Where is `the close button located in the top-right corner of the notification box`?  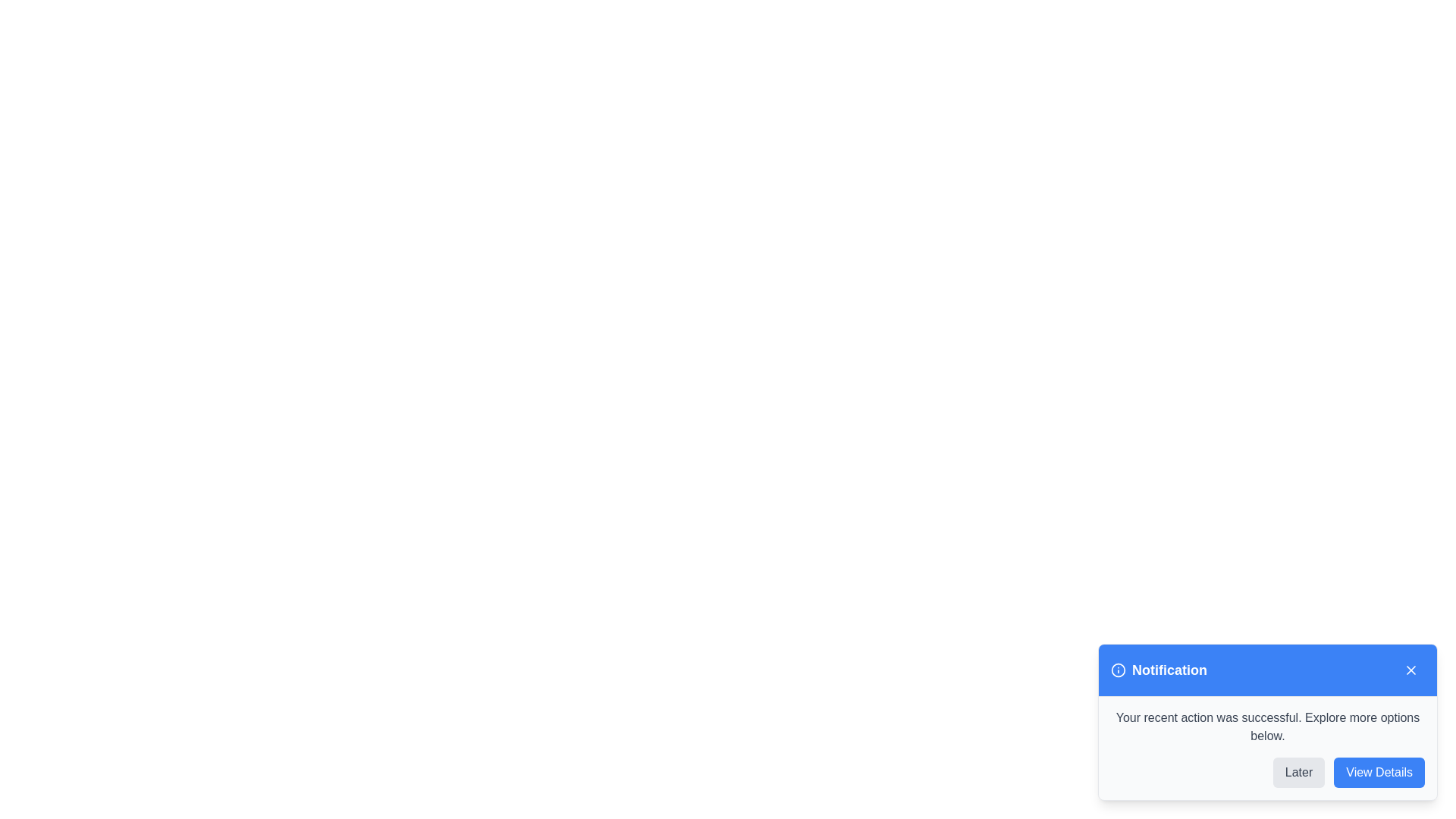
the close button located in the top-right corner of the notification box is located at coordinates (1410, 669).